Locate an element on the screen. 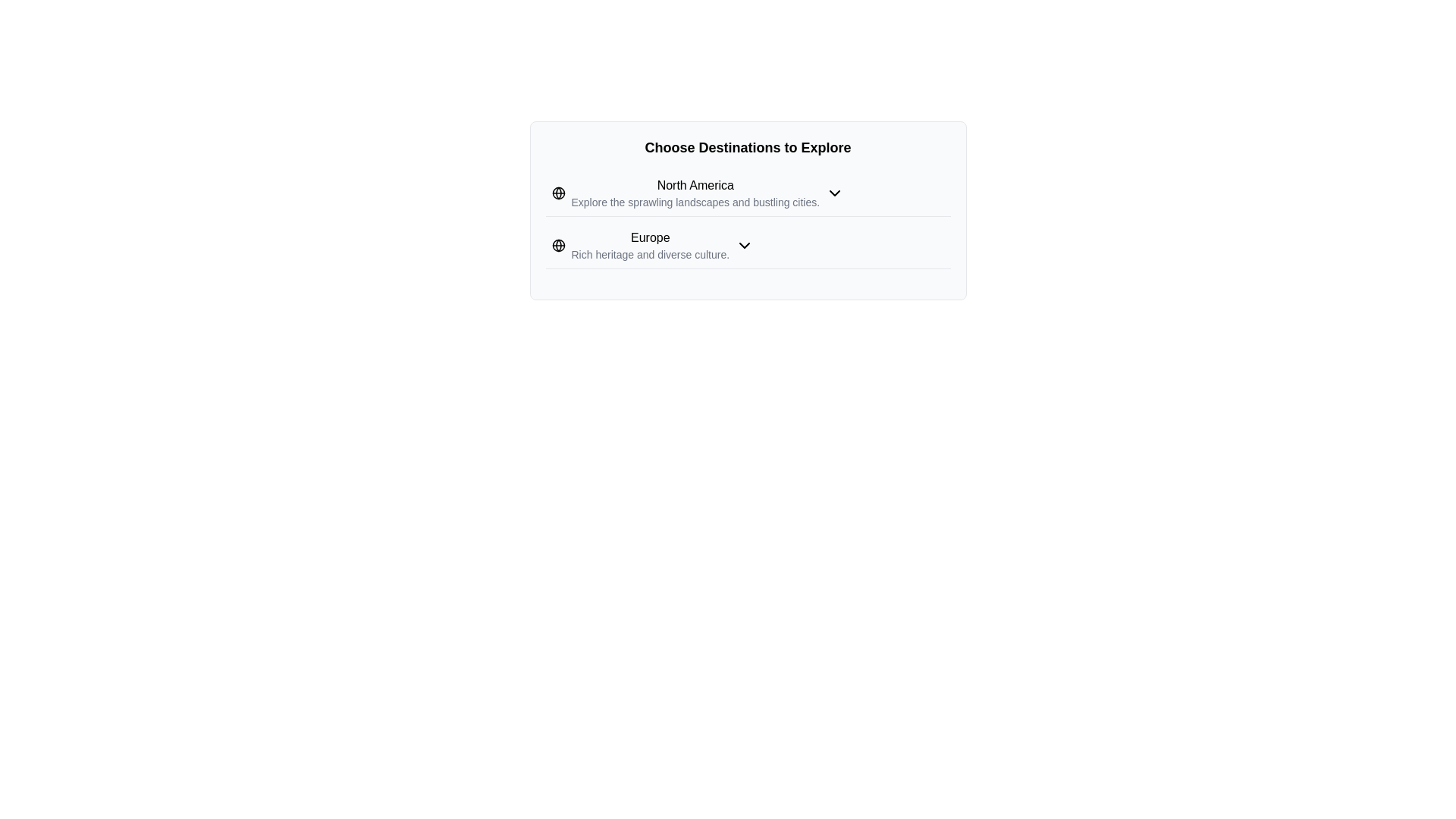 This screenshot has width=1456, height=819. the text label that serves as the title header for the 'Europe' destination category, located under the heading 'Choose Destinations is located at coordinates (650, 237).